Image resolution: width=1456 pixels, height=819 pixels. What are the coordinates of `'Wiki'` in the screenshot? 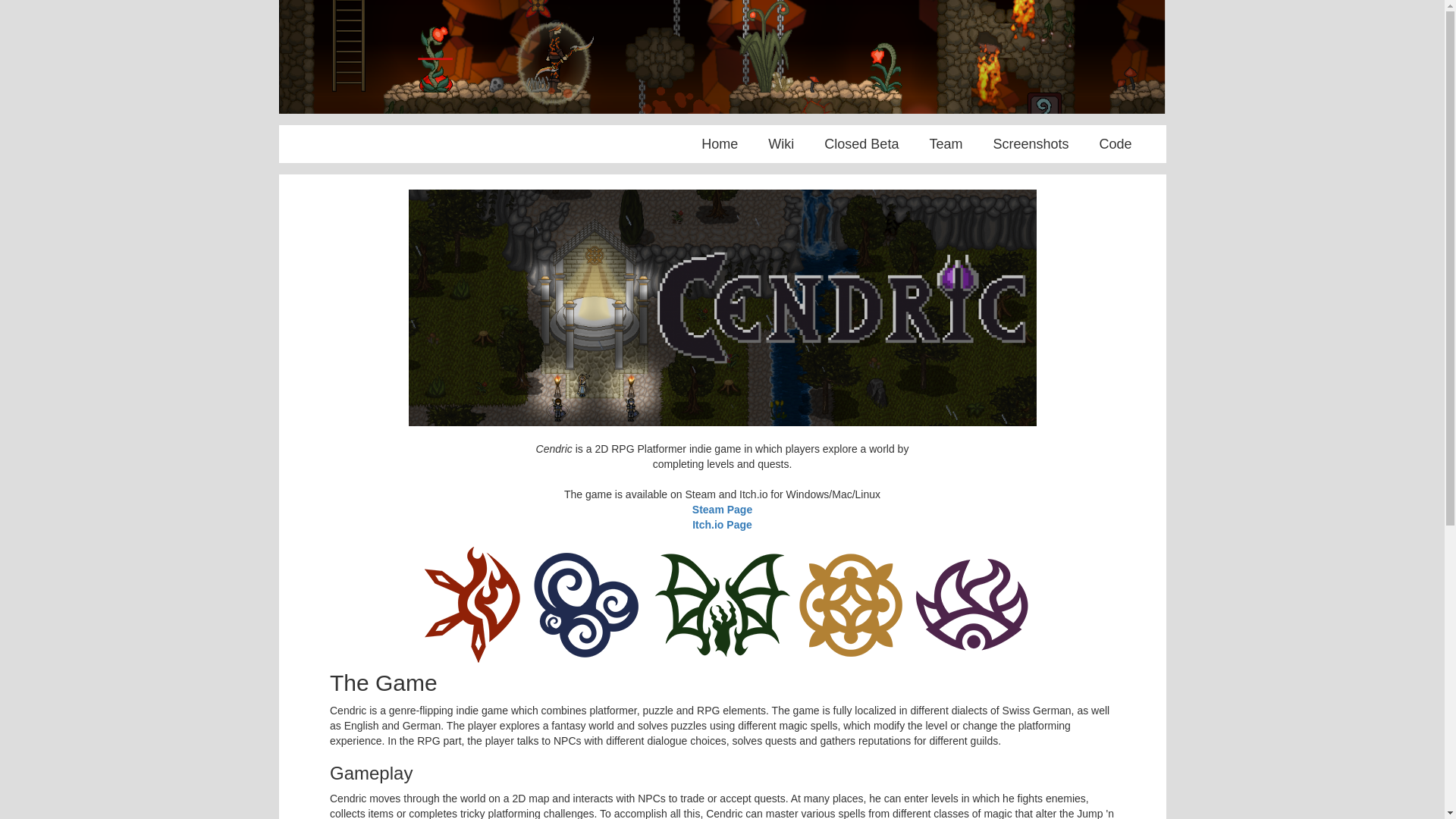 It's located at (767, 143).